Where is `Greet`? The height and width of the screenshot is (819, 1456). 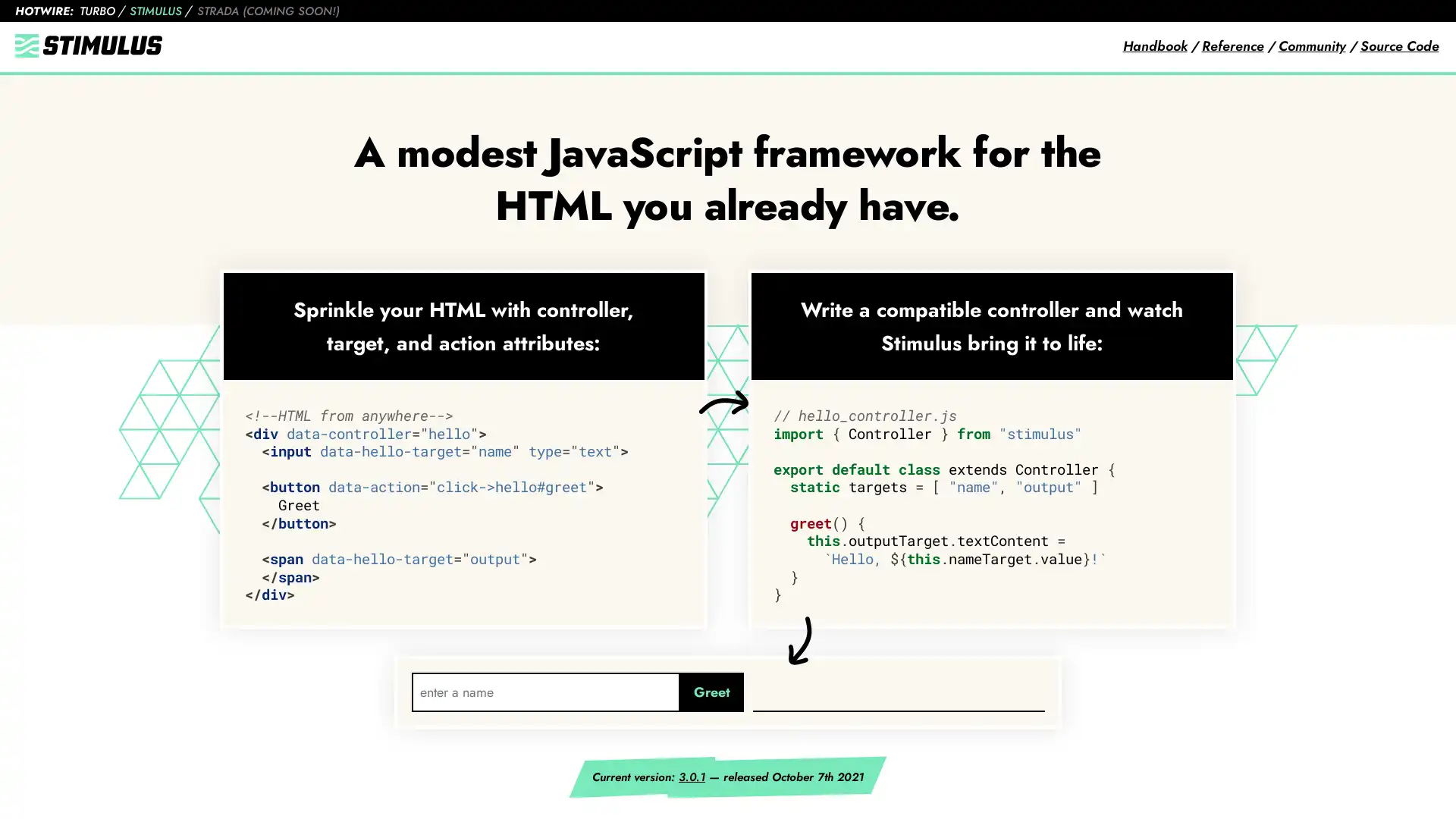 Greet is located at coordinates (711, 692).